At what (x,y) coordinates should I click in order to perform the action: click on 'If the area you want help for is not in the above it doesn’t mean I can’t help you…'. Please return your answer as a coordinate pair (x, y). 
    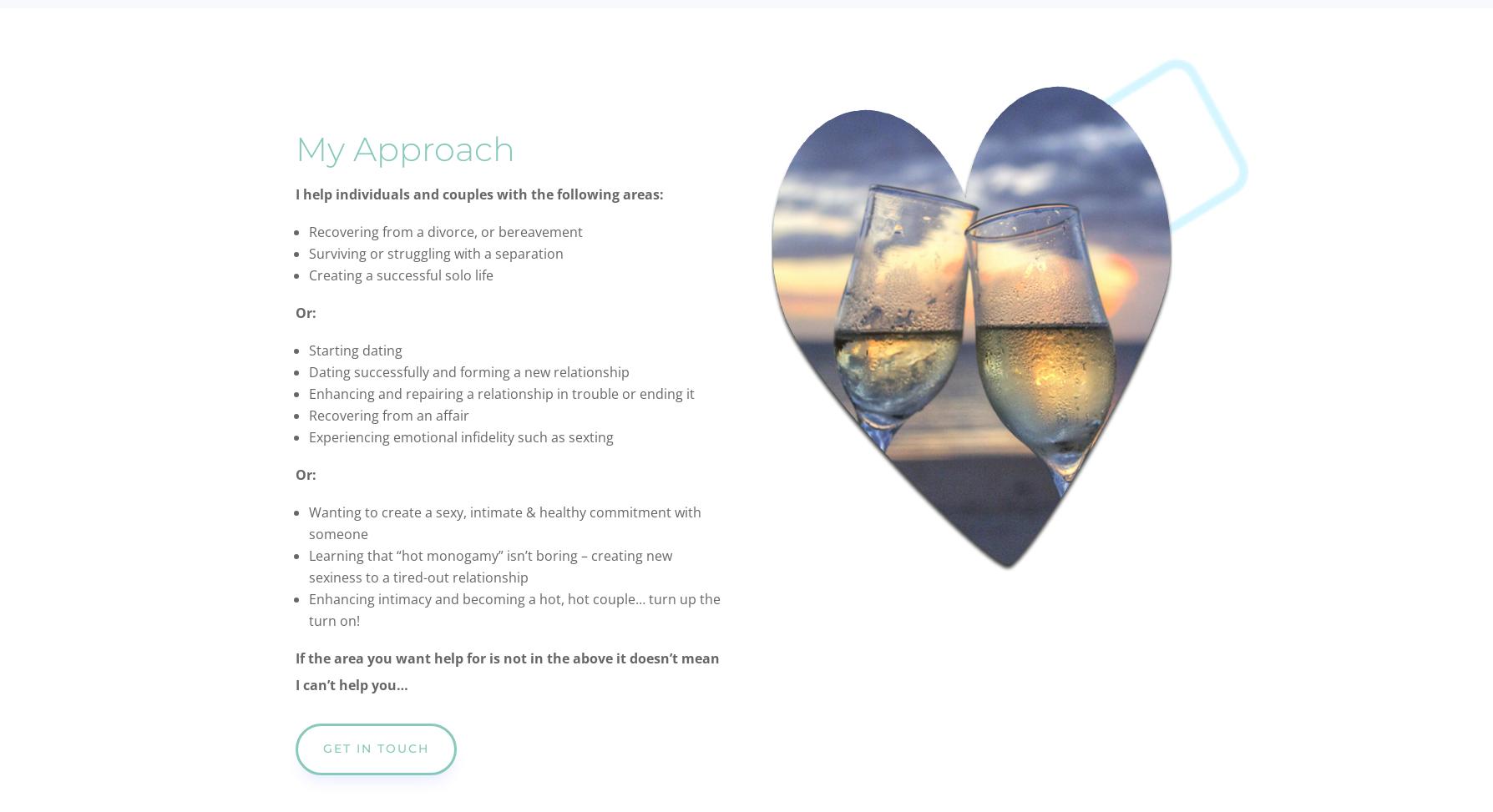
    Looking at the image, I should click on (507, 670).